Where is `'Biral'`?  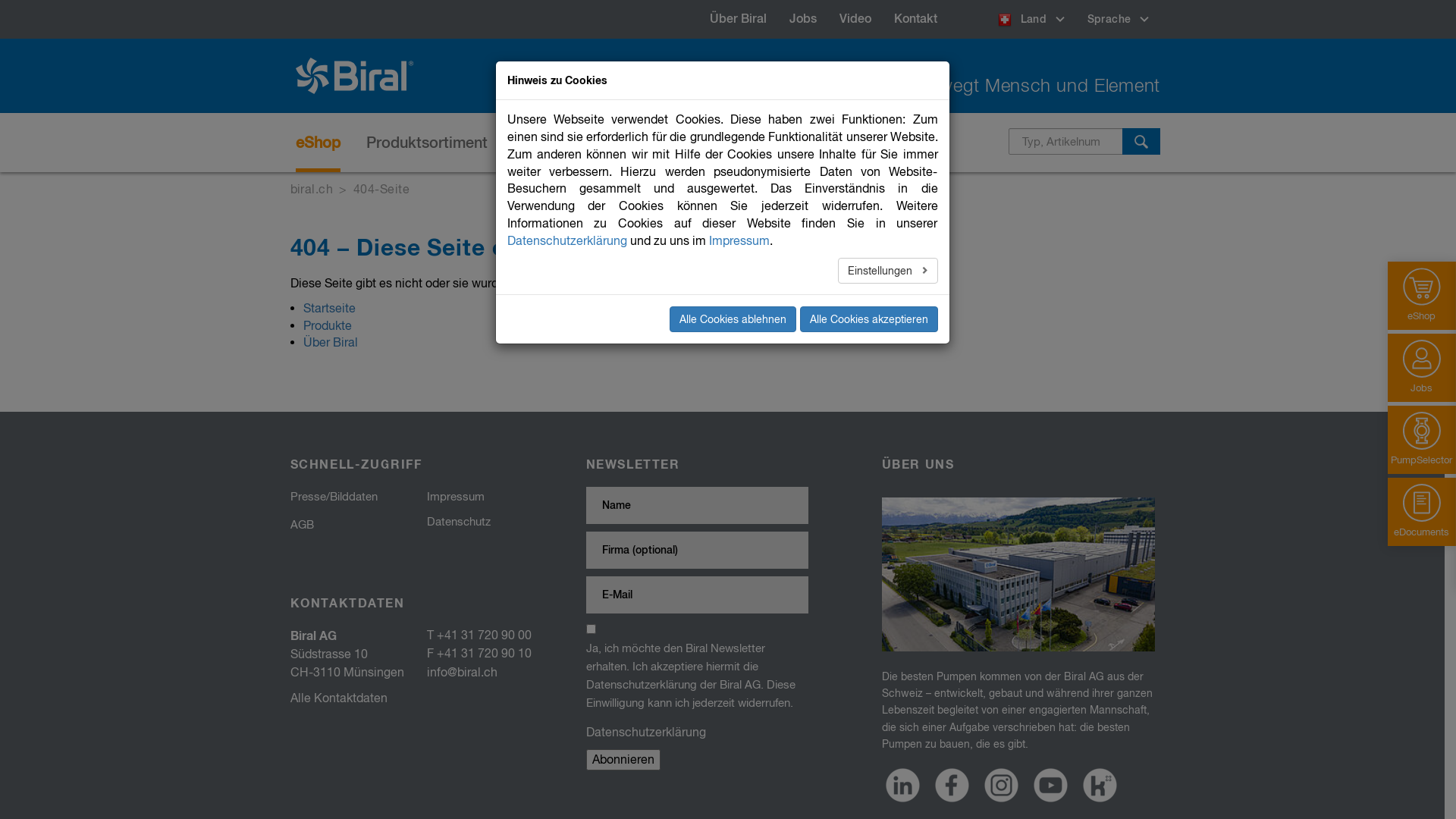 'Biral' is located at coordinates (359, 76).